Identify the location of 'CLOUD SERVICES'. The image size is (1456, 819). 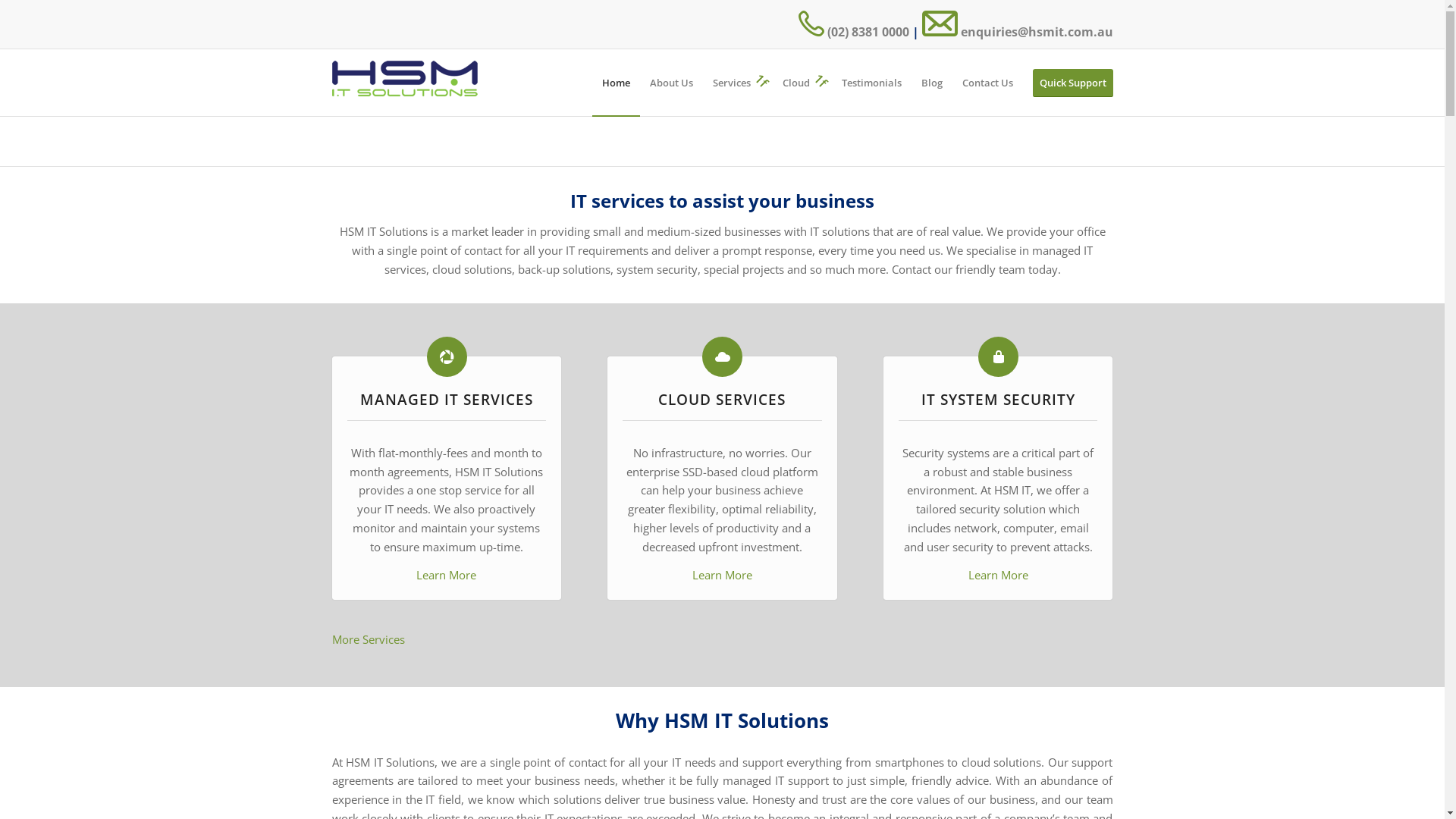
(720, 398).